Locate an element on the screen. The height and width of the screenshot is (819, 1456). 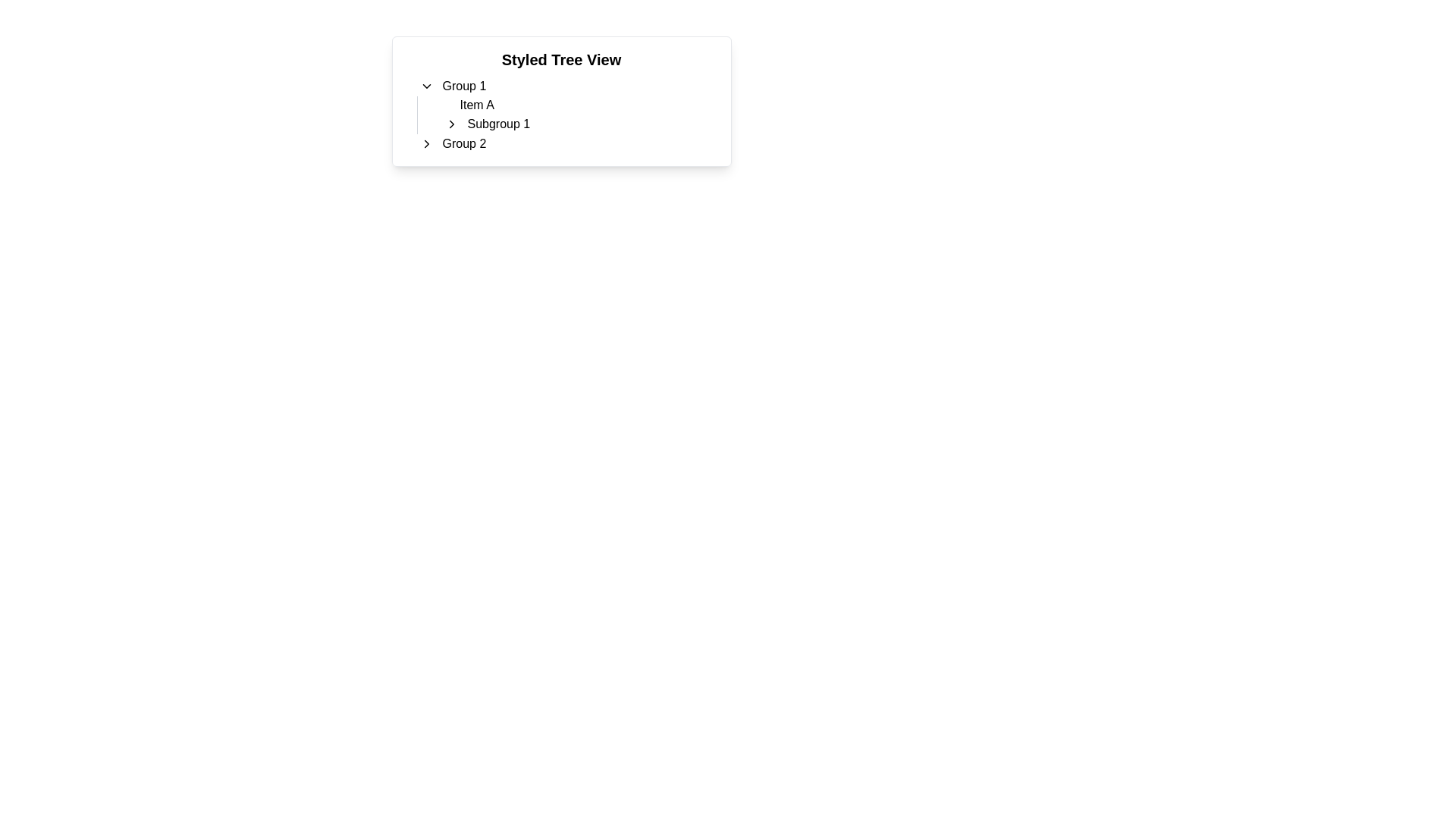
the downward-pointing chevron icon next to the 'Group 1' label is located at coordinates (425, 86).